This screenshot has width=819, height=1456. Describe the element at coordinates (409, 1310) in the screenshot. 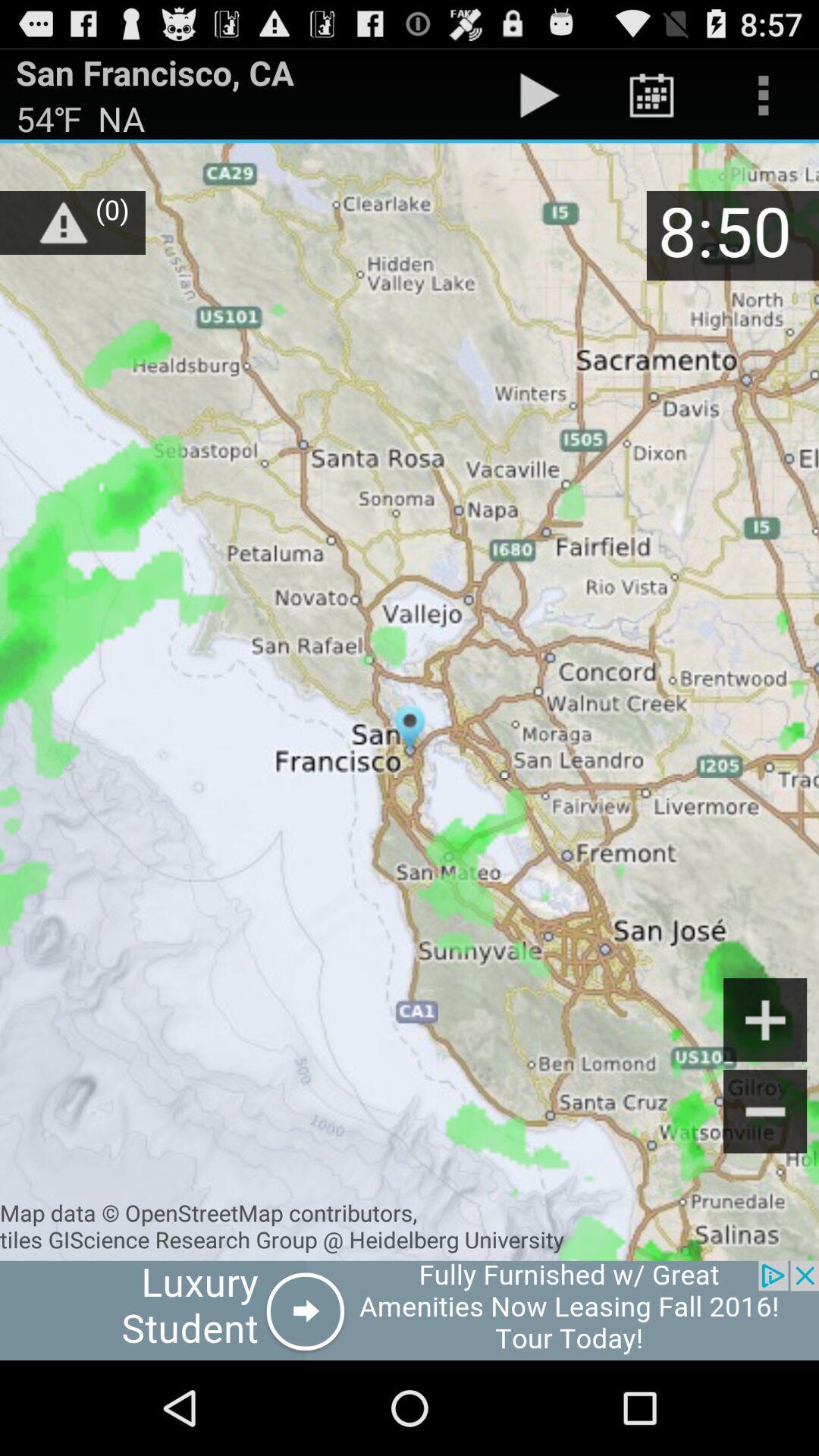

I see `advertisements` at that location.